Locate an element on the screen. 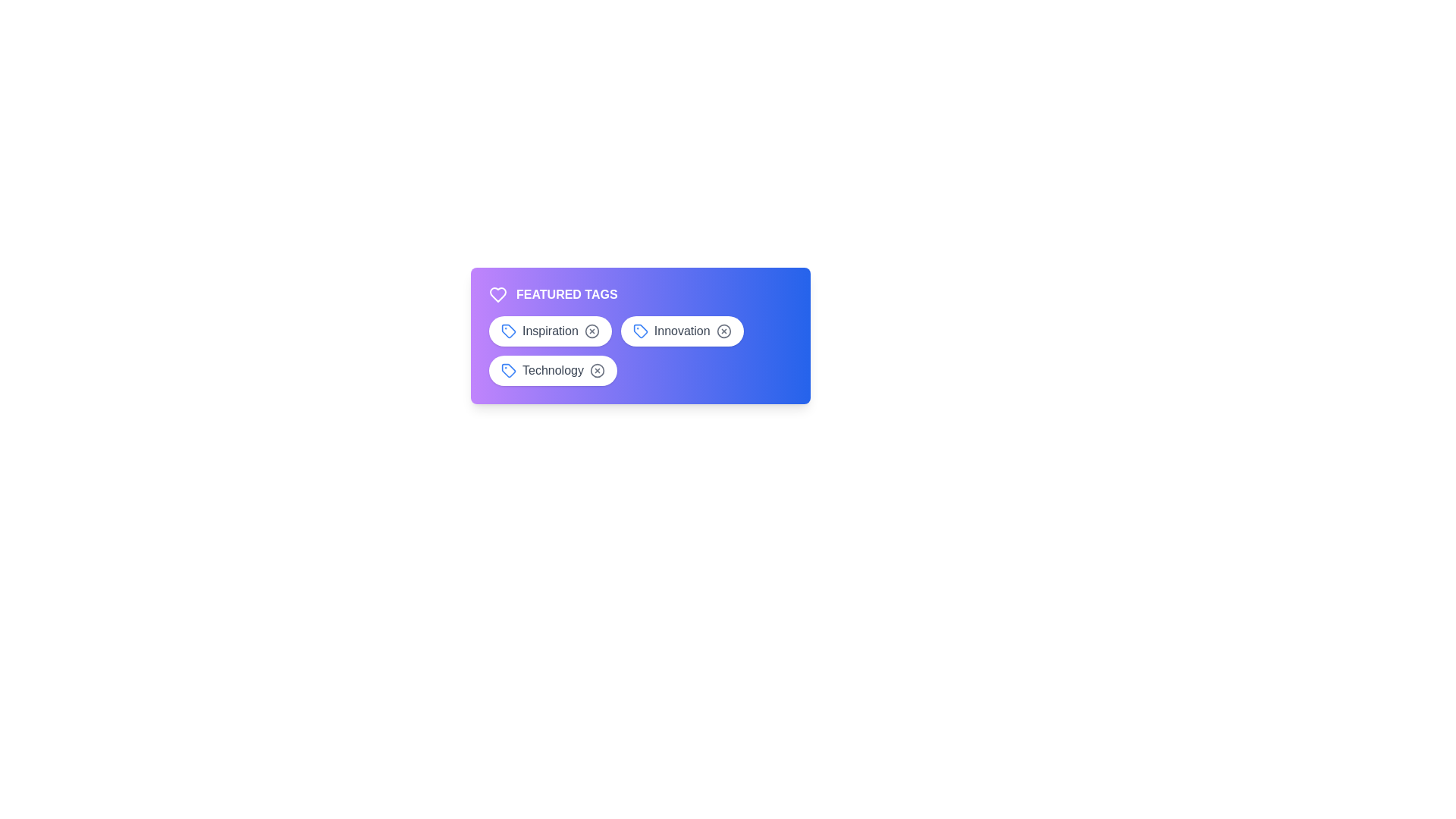 This screenshot has height=819, width=1456. the SVG circle element that represents the delete button for the 'Innovation' tag in the 'FEATURED TAGS' section is located at coordinates (723, 330).